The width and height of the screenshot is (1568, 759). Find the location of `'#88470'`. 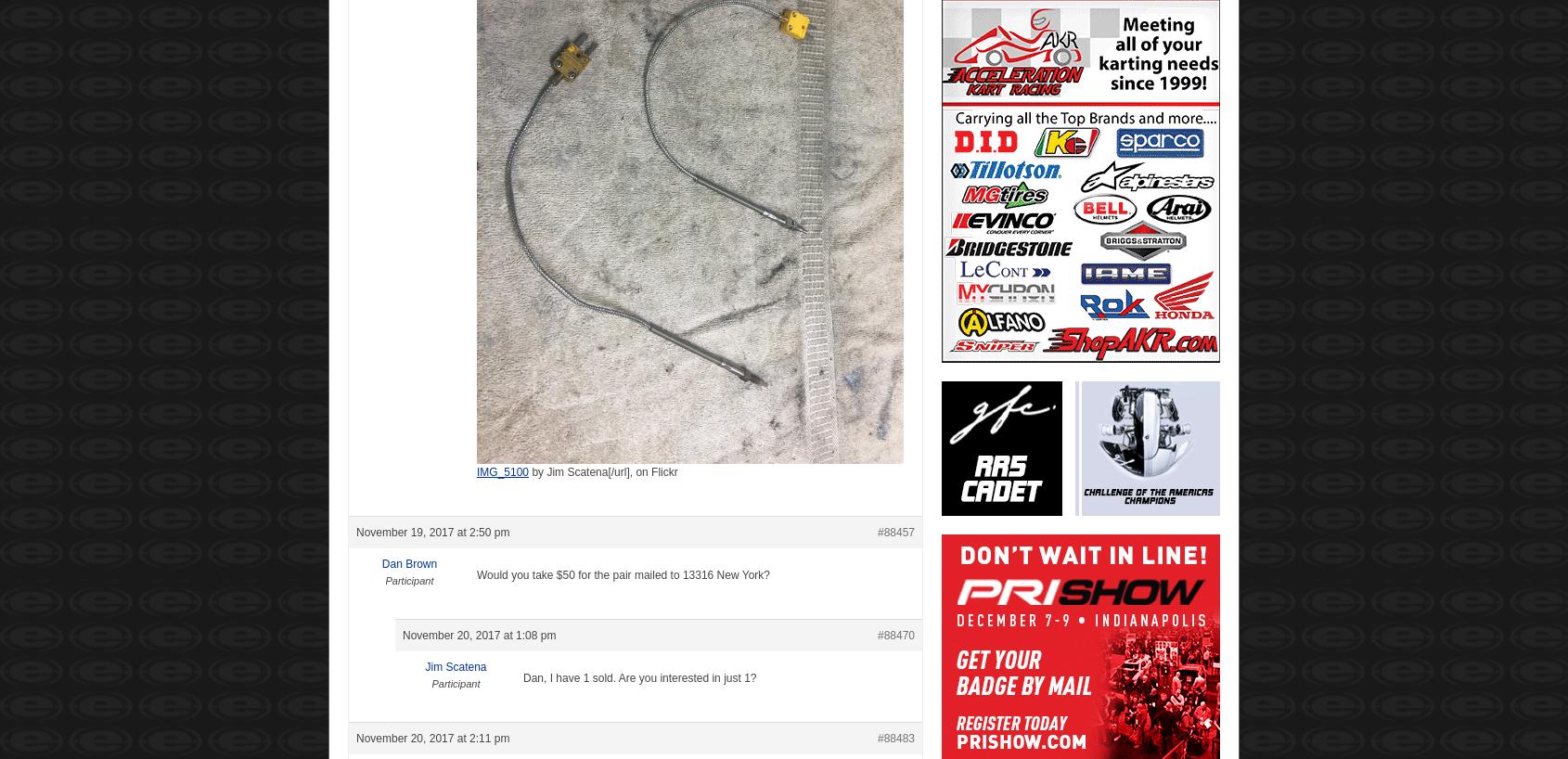

'#88470' is located at coordinates (895, 634).